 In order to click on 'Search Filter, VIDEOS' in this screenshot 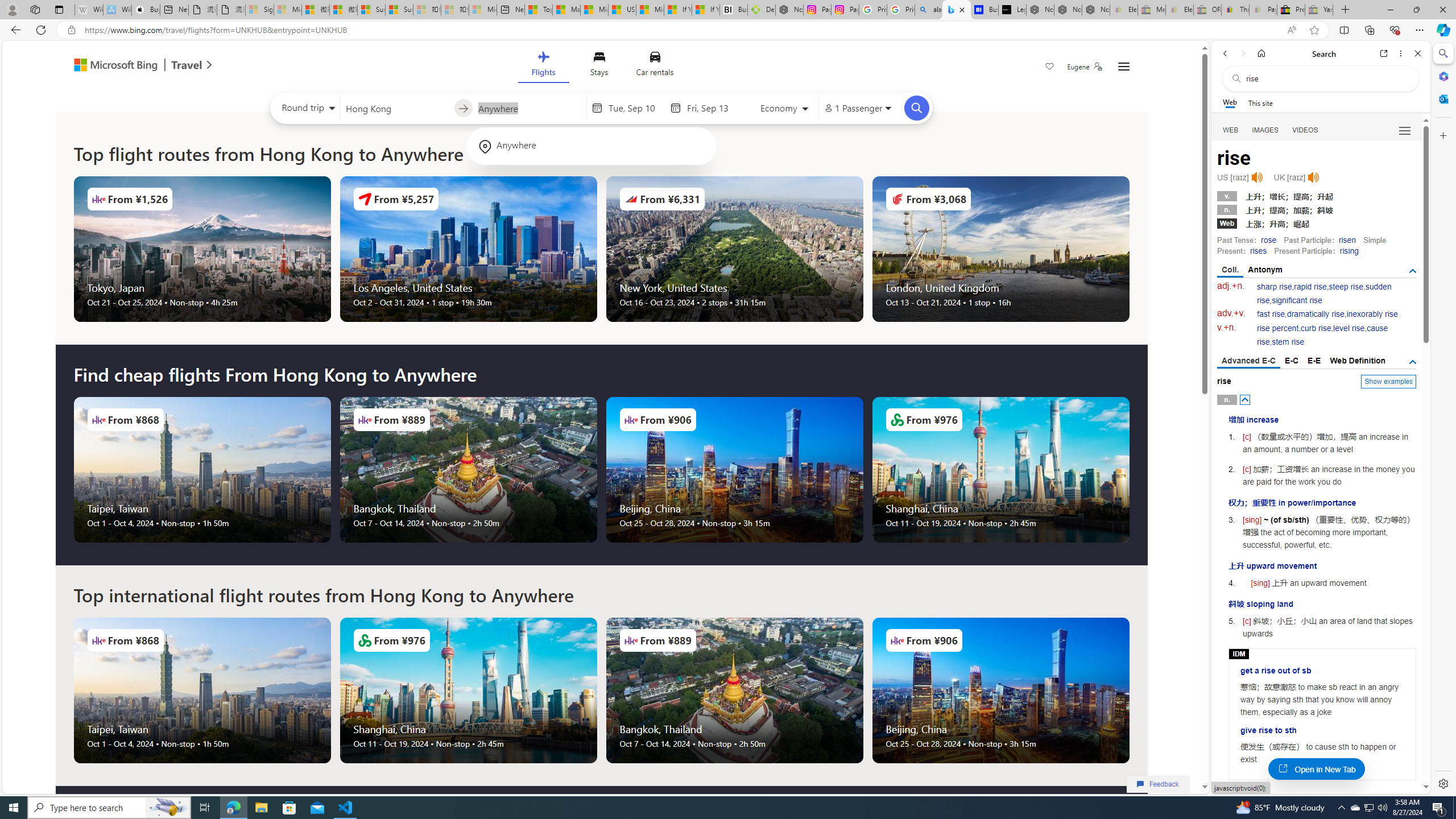, I will do `click(1305, 129)`.